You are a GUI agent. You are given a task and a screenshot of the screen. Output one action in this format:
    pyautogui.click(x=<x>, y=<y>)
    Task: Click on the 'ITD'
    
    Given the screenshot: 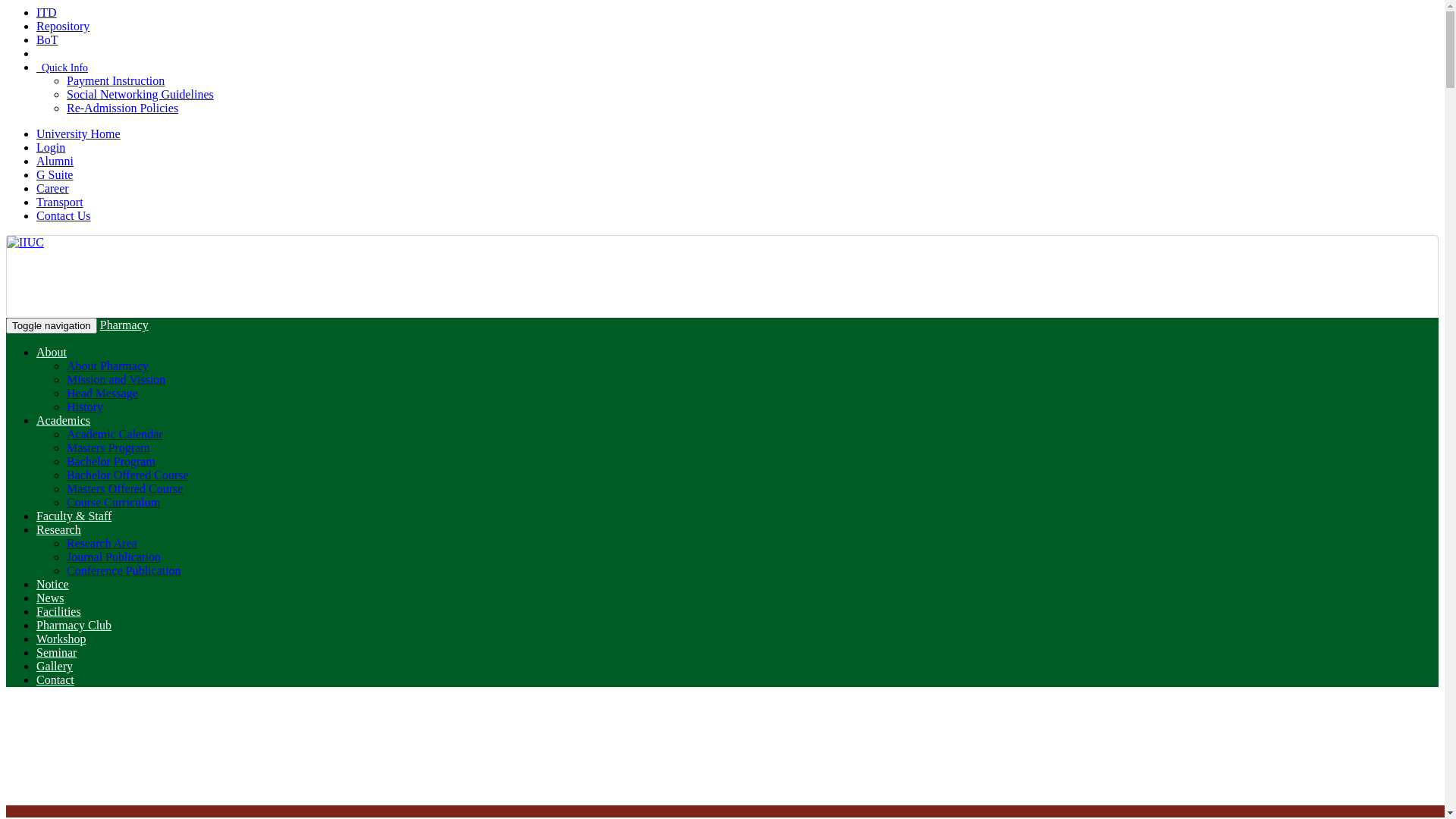 What is the action you would take?
    pyautogui.click(x=36, y=12)
    